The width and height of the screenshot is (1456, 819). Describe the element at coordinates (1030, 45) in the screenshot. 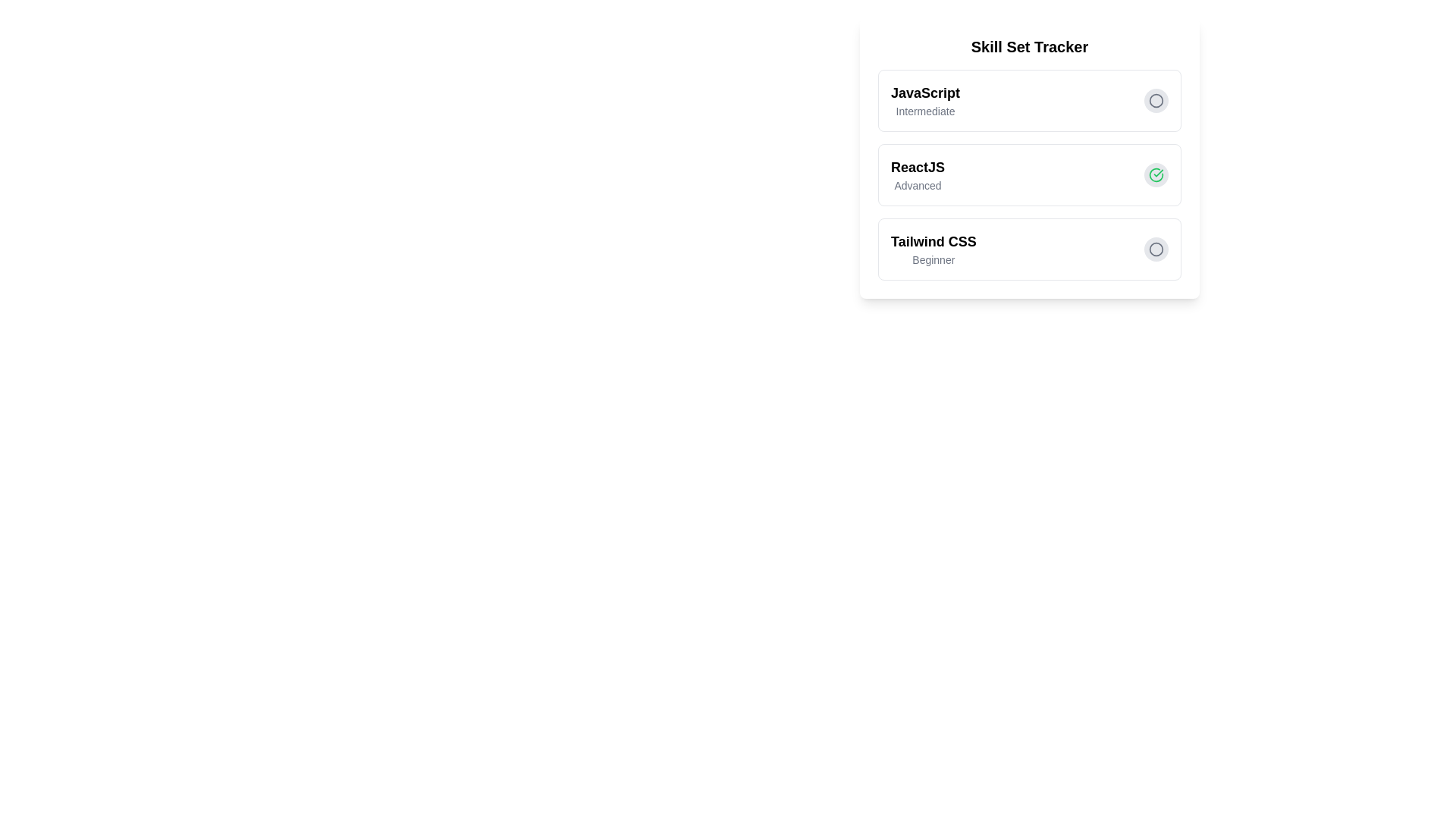

I see `the header text displaying 'Skill Set Tracker', which is the top-most element in a white card-like structure` at that location.